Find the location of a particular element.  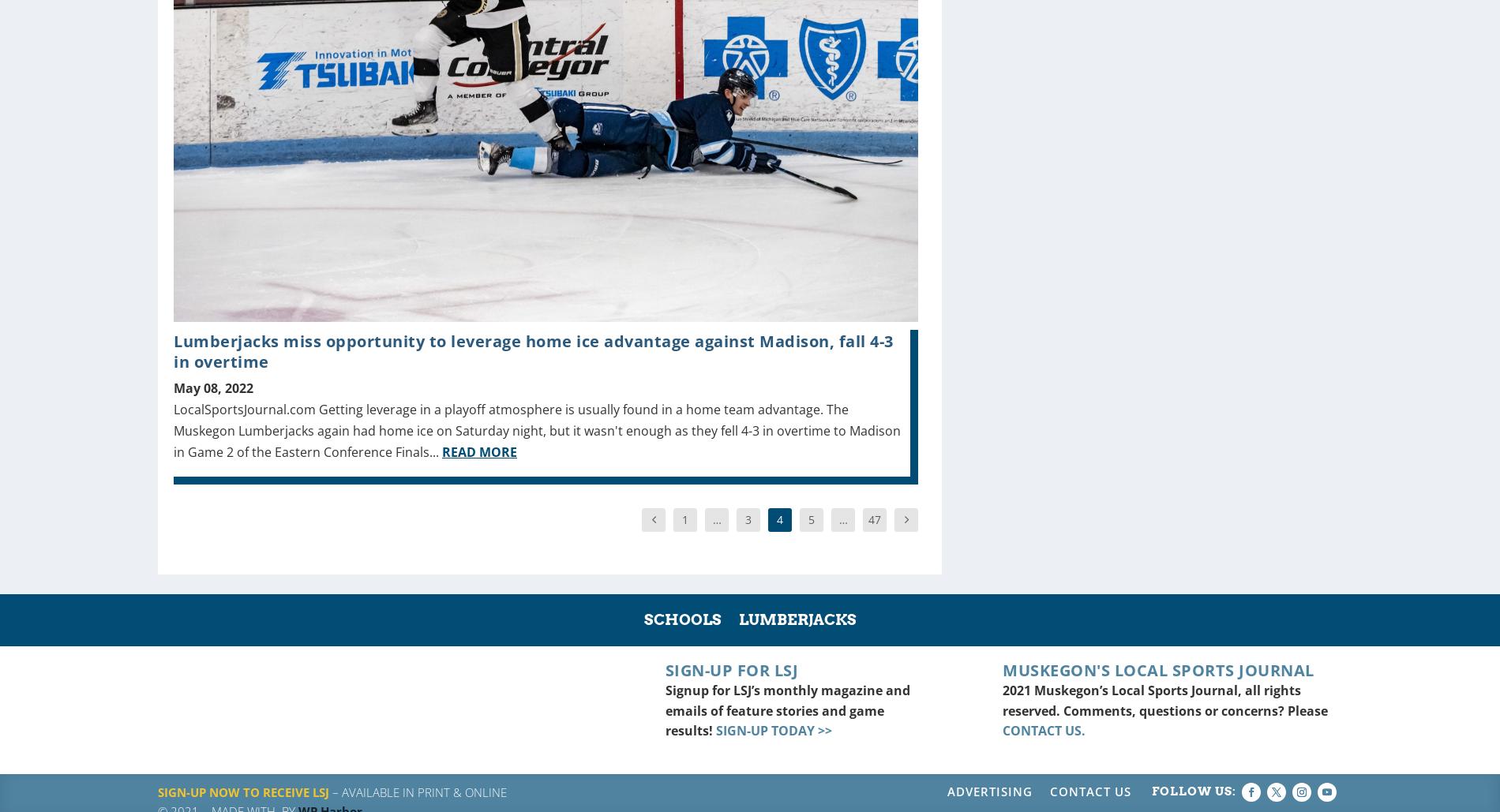

'LocalSportsJournal.com

Getting leverage in a playoff atmosphere is usually found in a home team advantage. 

The Muskegon Lumberjacks again had home ice on Saturday night, but it wasn't enough as they fell 4-3 in overtime to Madison in Game 2 of the Eastern Conference Finals...' is located at coordinates (537, 429).